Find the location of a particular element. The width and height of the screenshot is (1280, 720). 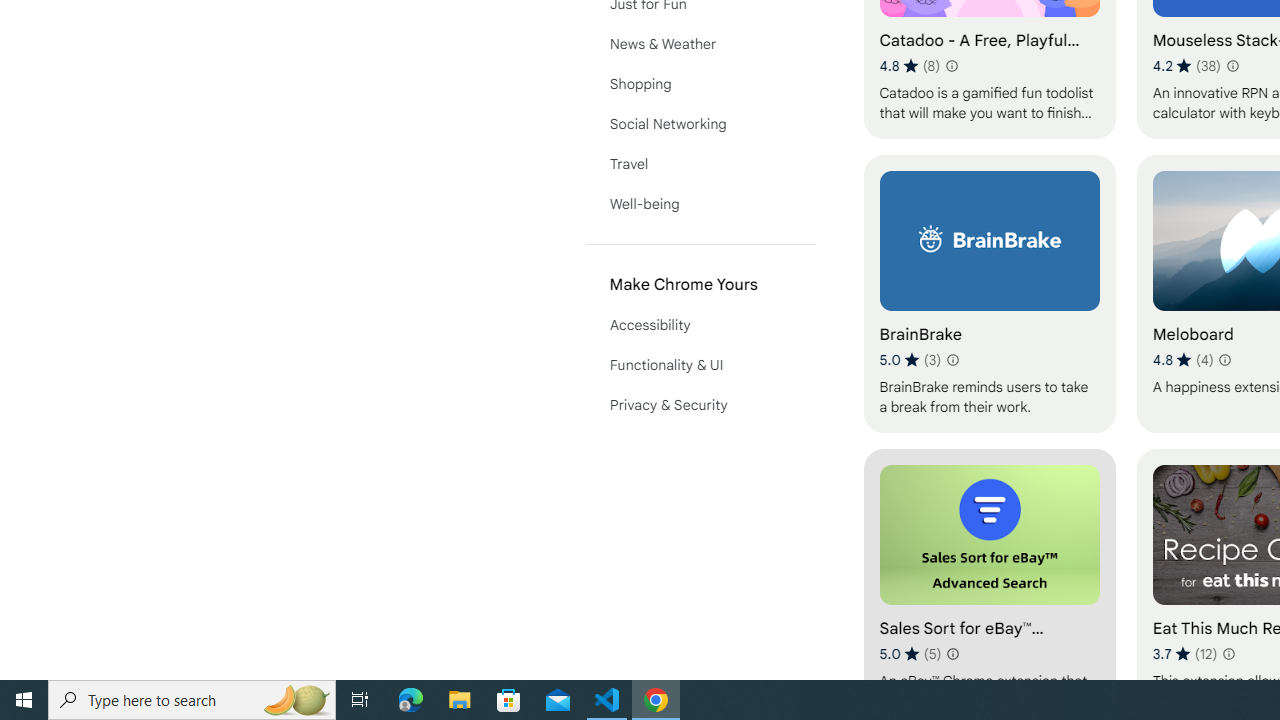

'News & Weather' is located at coordinates (700, 43).